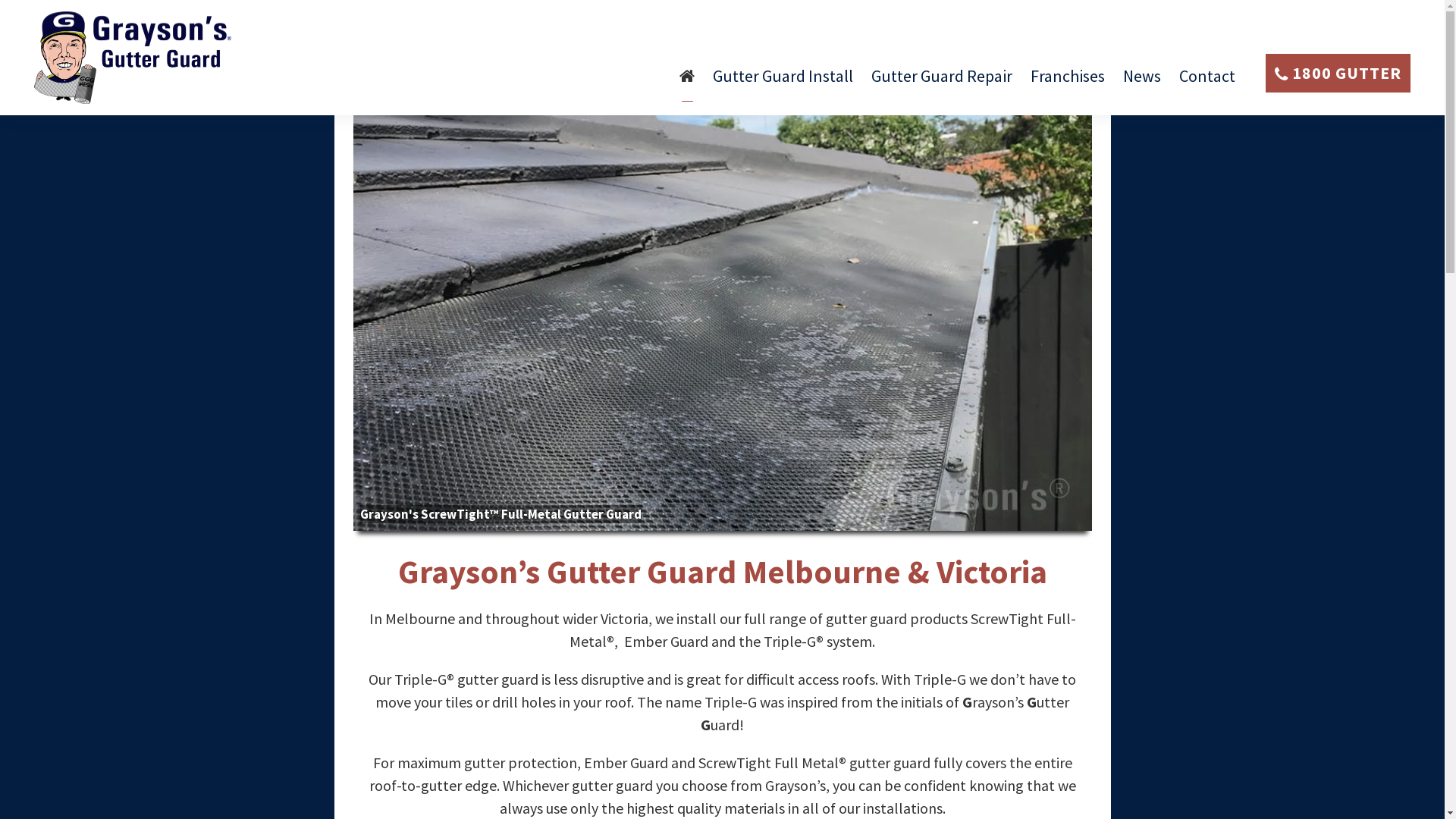 The width and height of the screenshot is (1456, 819). I want to click on 'Contact', so click(1178, 82).